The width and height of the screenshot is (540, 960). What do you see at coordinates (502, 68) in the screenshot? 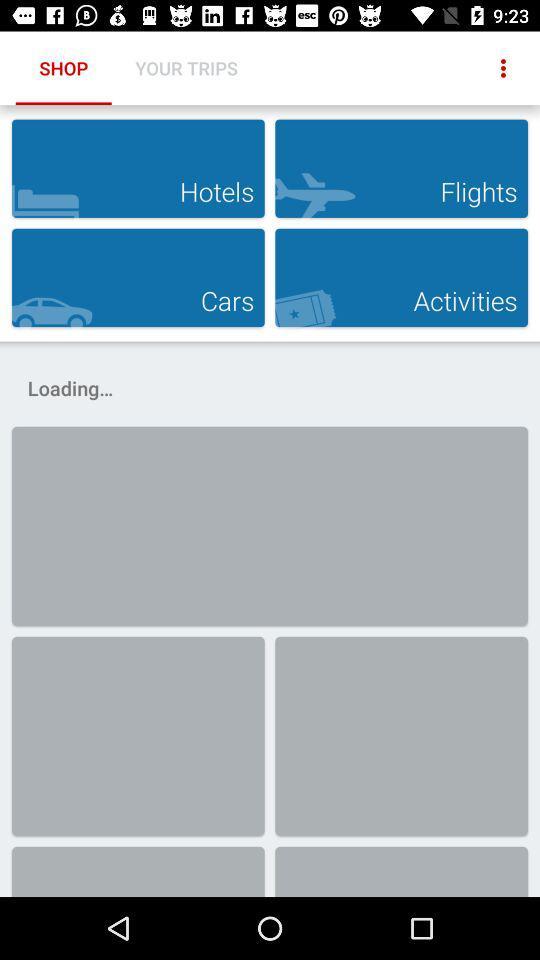
I see `item next to your trips` at bounding box center [502, 68].